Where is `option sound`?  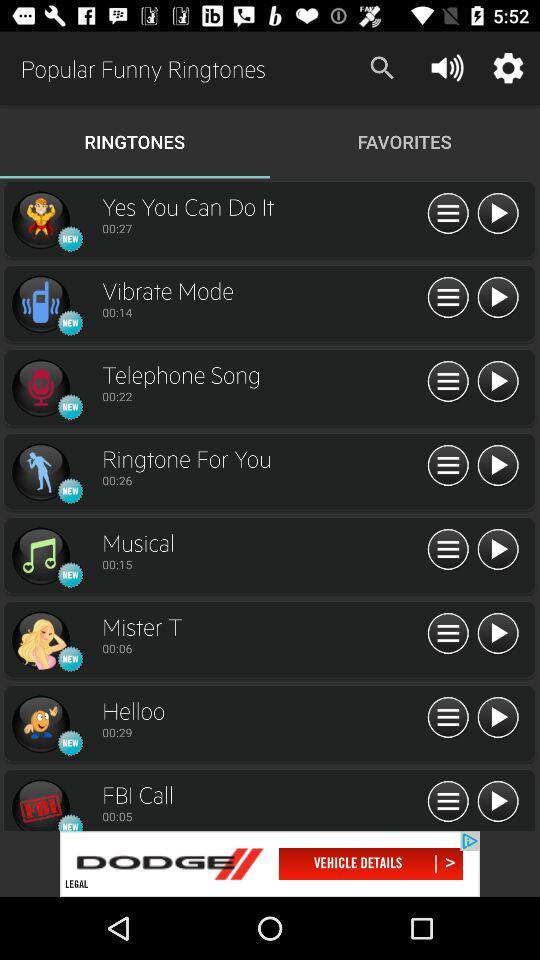 option sound is located at coordinates (448, 802).